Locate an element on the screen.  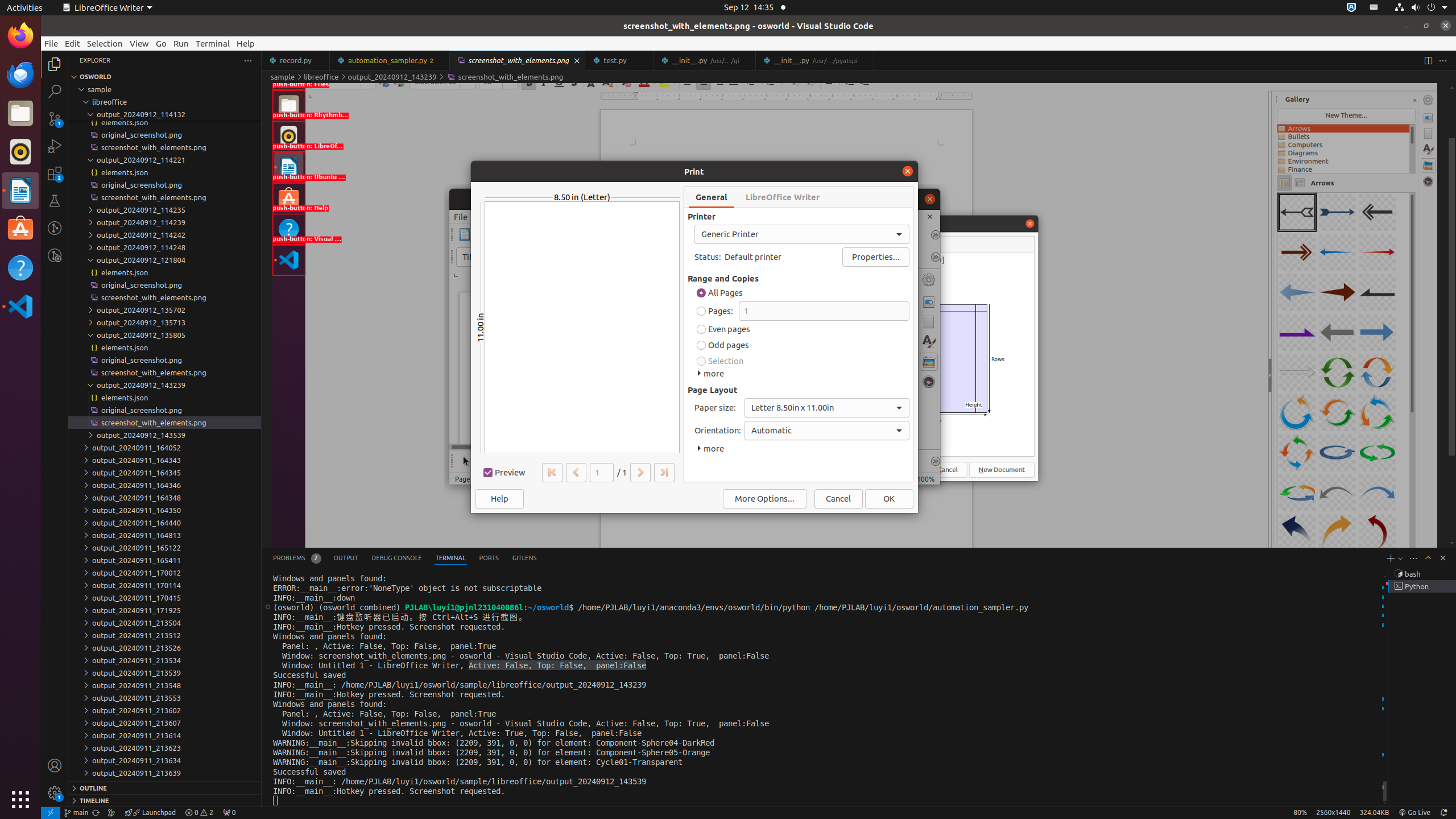
'Thunderbird Mail' is located at coordinates (20, 74).